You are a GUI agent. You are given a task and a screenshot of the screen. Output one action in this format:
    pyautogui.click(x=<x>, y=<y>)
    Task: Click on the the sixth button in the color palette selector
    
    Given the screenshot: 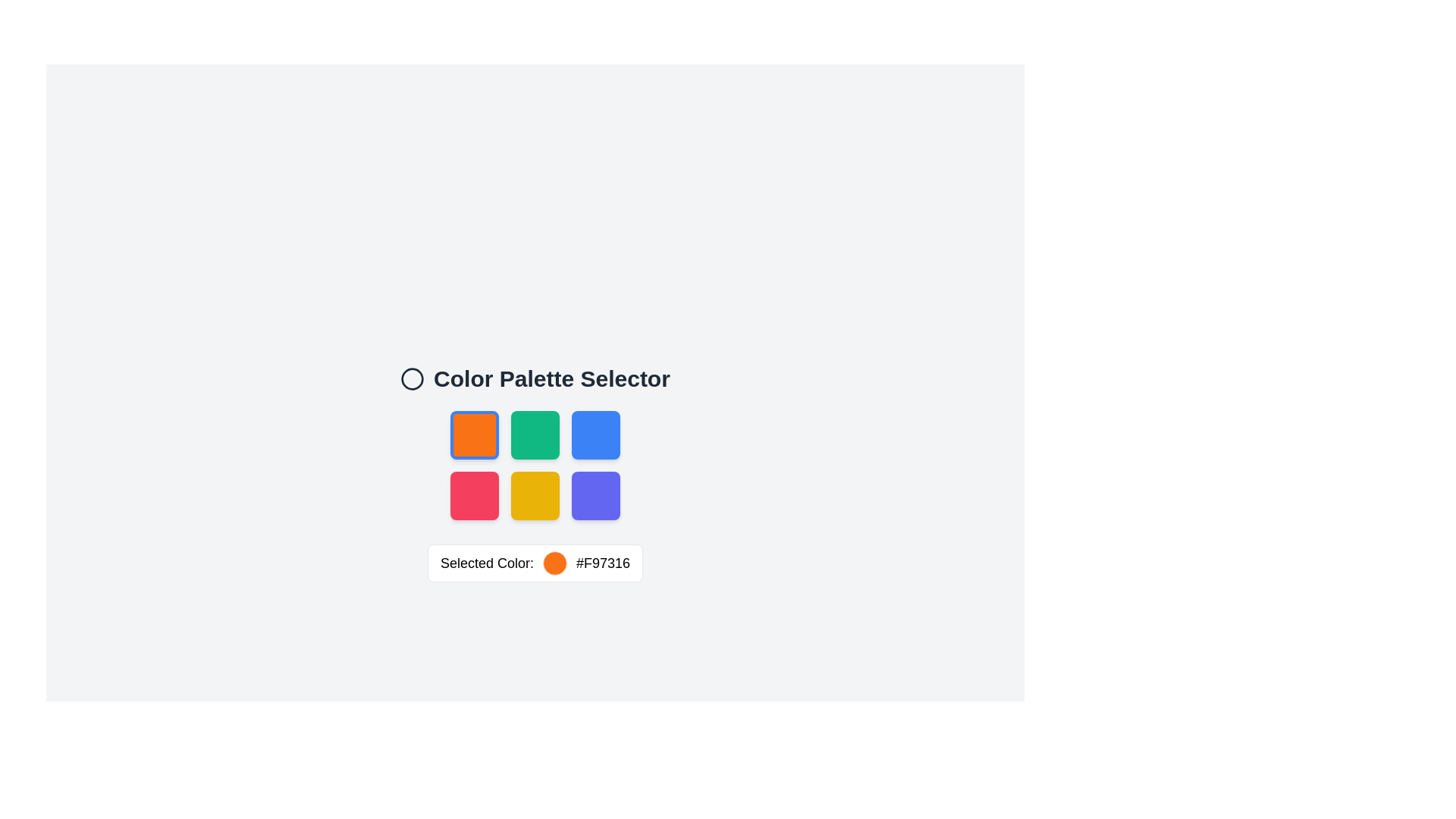 What is the action you would take?
    pyautogui.click(x=595, y=496)
    